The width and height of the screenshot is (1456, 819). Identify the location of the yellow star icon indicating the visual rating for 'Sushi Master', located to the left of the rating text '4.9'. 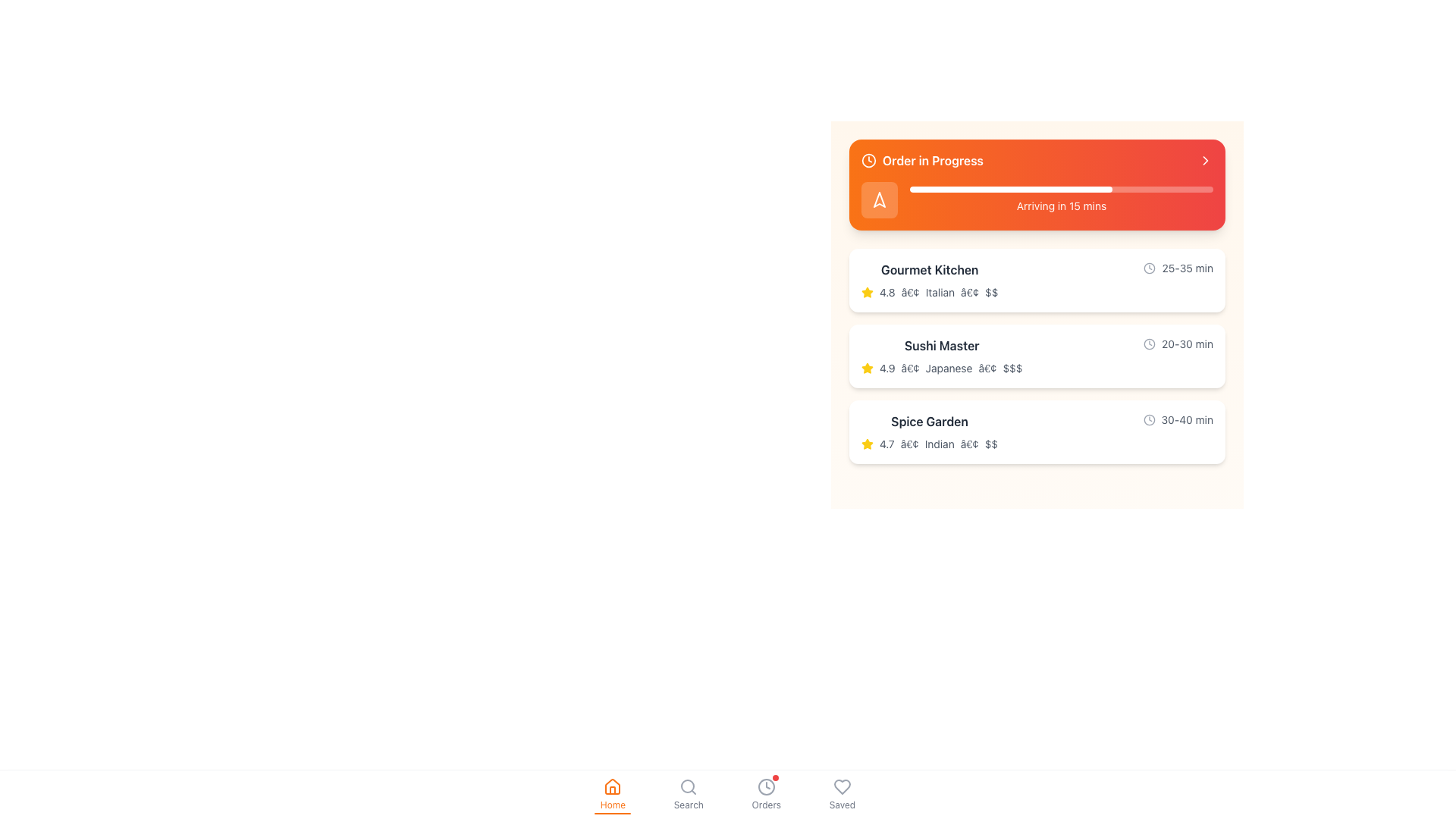
(867, 369).